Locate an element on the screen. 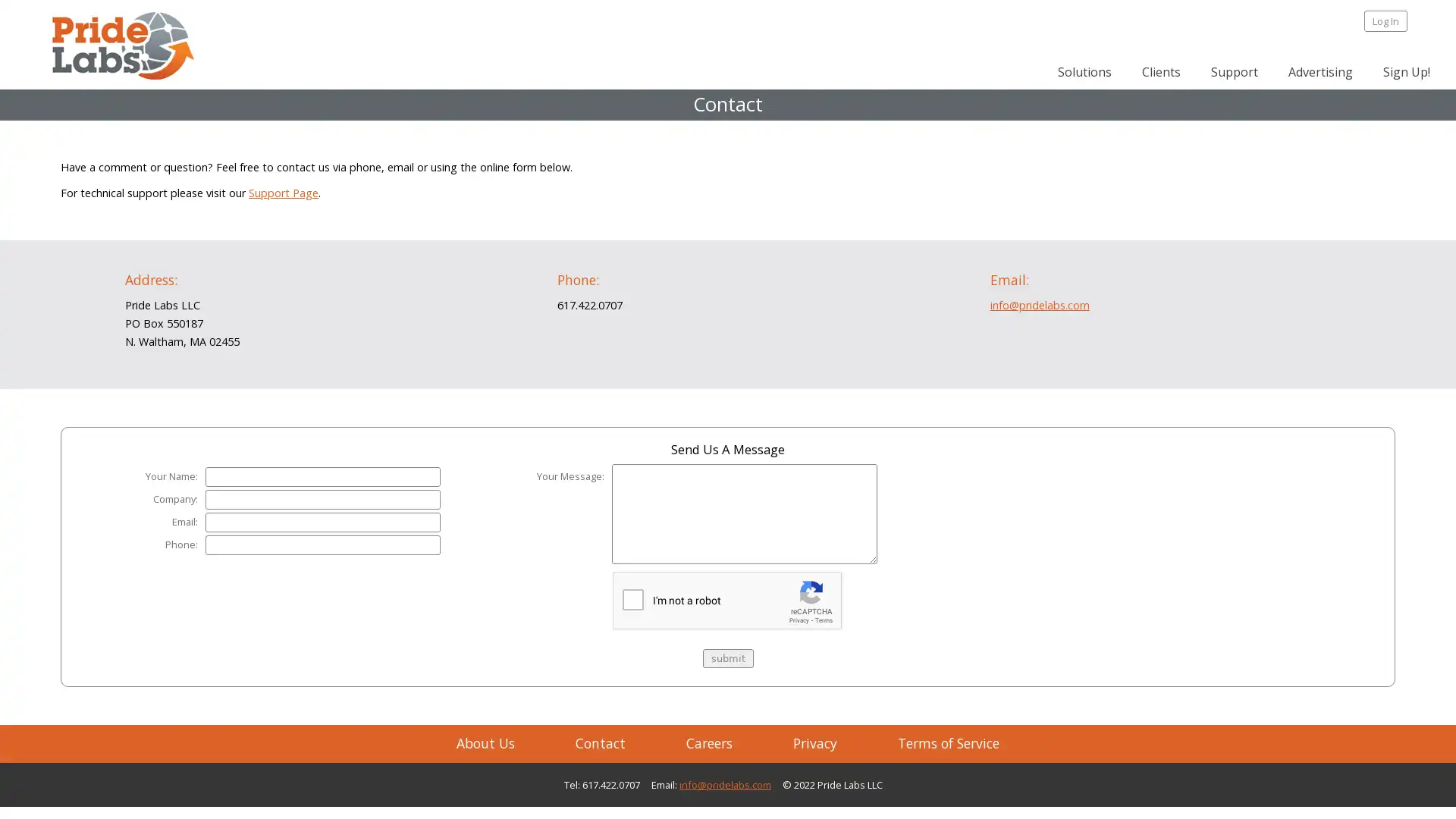  submit is located at coordinates (726, 657).